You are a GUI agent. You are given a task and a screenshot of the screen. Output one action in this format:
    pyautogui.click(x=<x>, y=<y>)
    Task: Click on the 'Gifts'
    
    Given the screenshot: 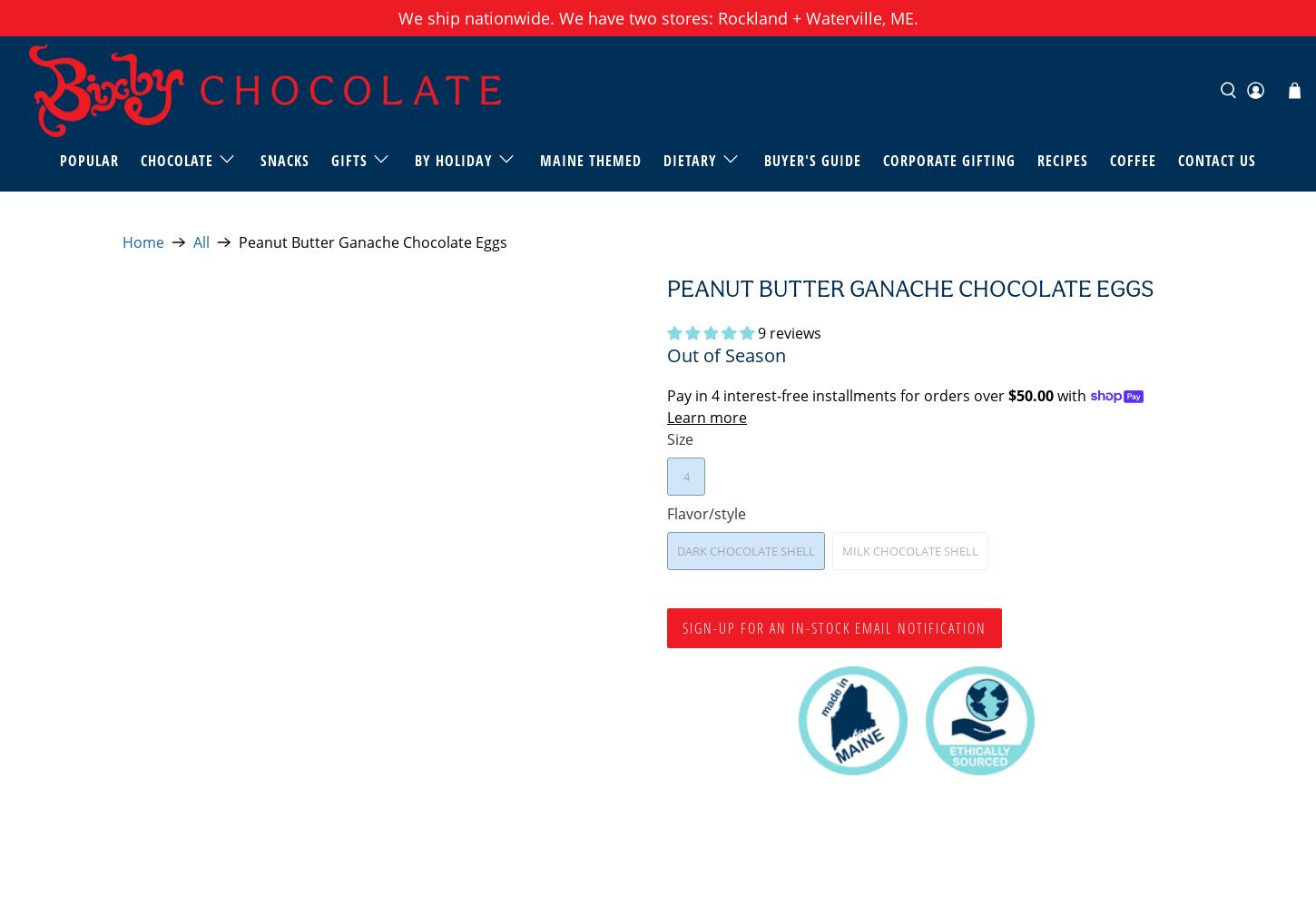 What is the action you would take?
    pyautogui.click(x=348, y=159)
    